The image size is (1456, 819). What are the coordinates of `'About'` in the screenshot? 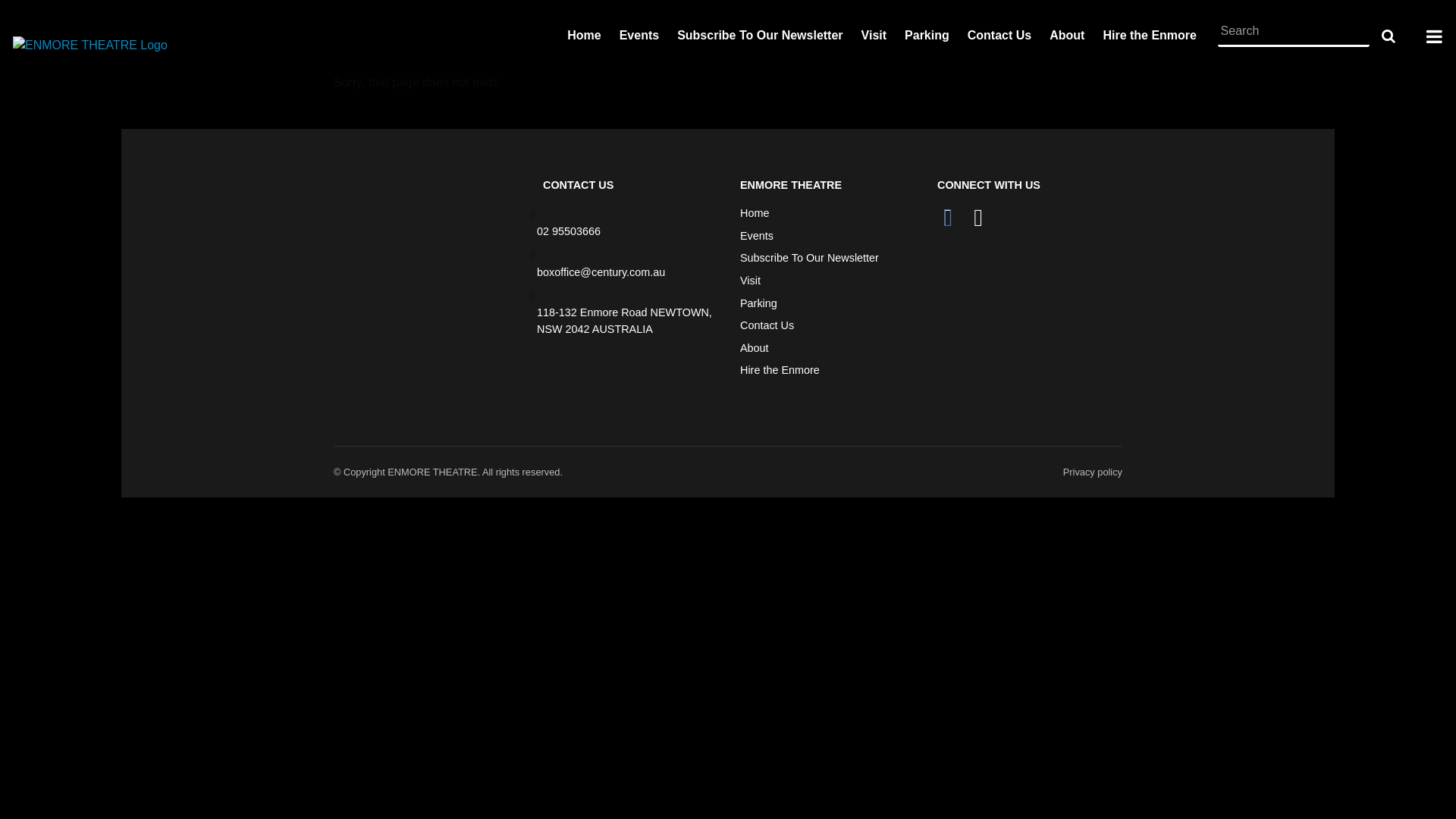 It's located at (754, 348).